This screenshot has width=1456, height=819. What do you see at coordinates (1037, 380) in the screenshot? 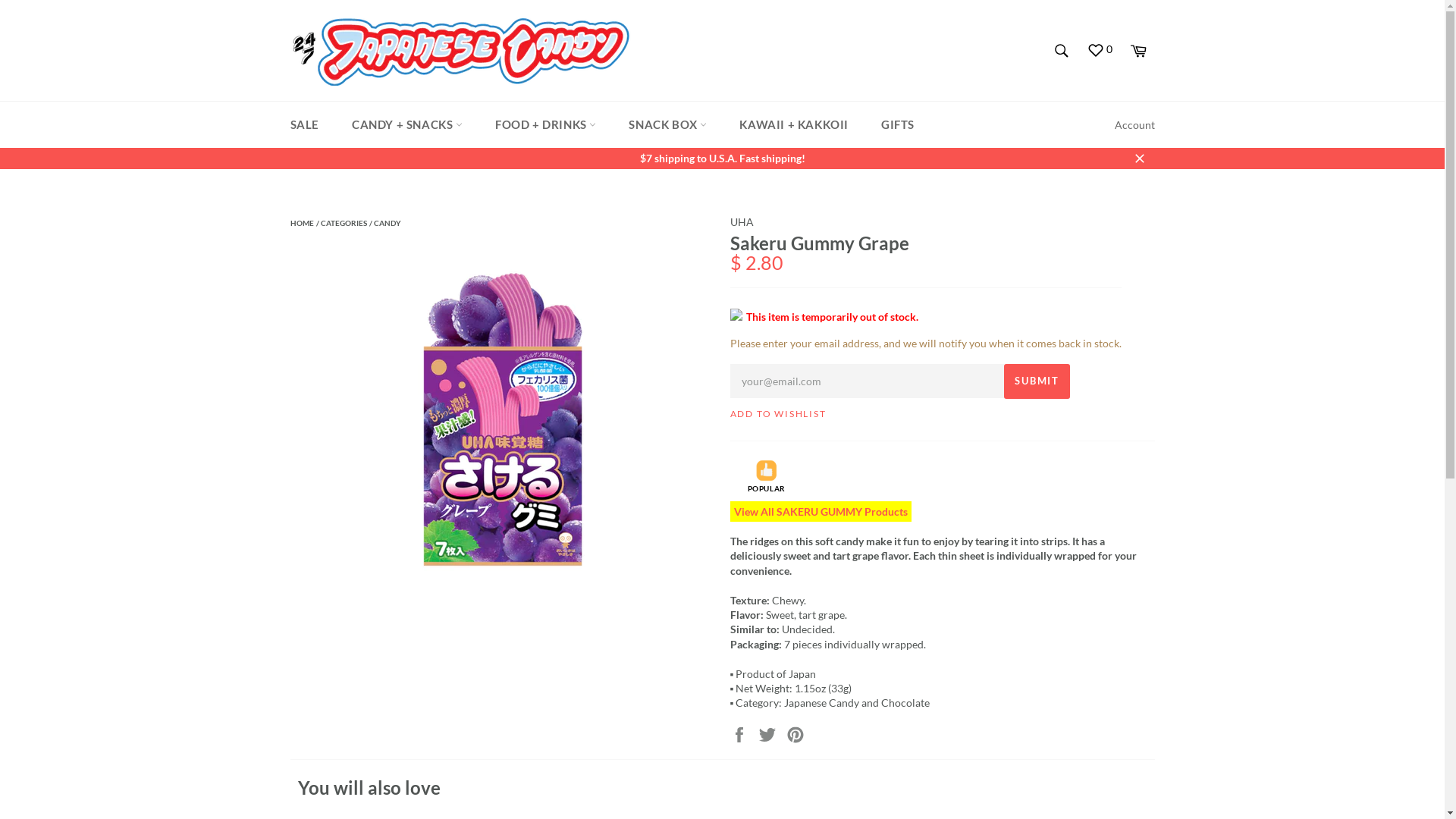
I see `'SUBMIT'` at bounding box center [1037, 380].